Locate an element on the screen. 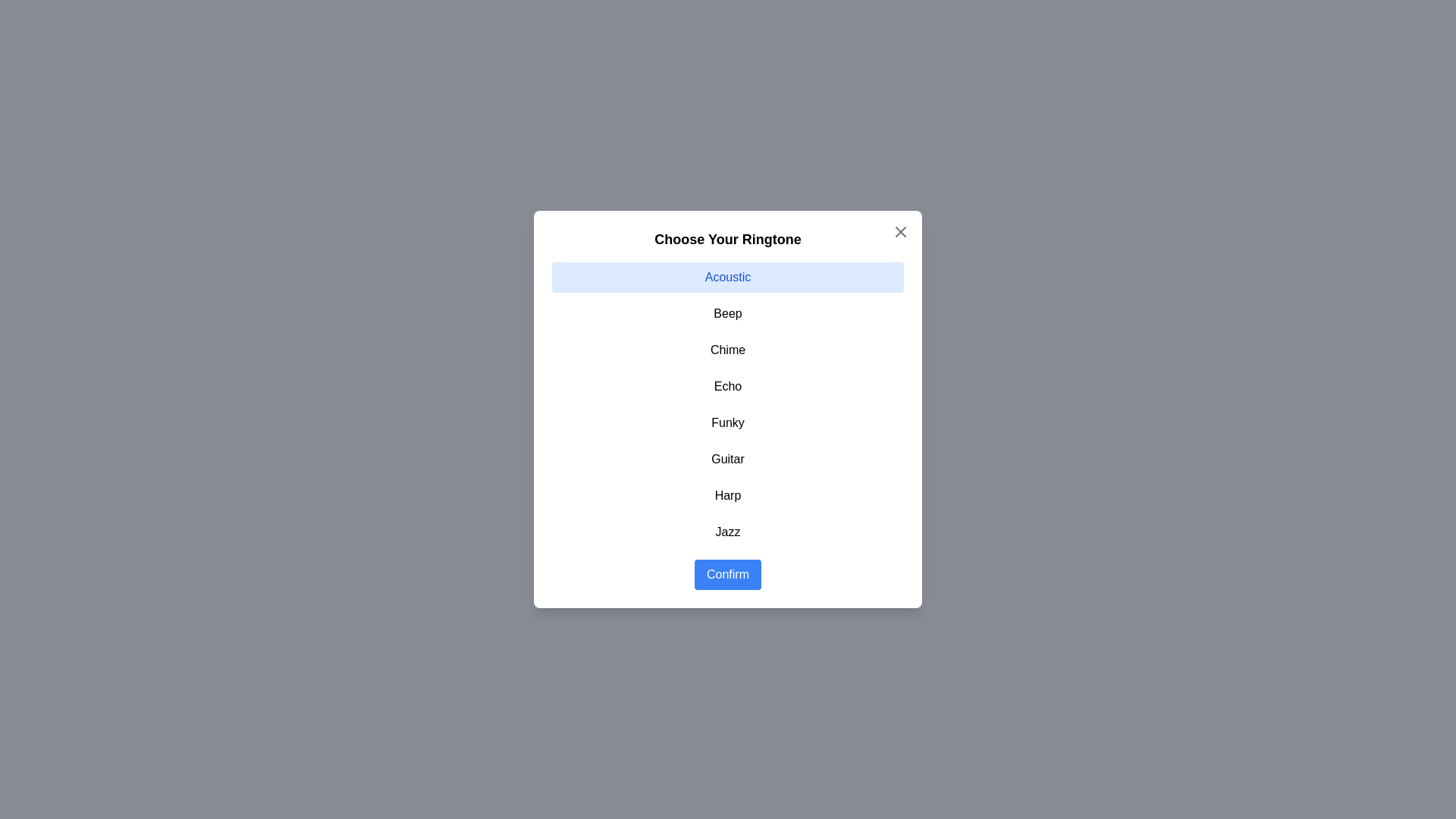  the ringtone Funky from the list is located at coordinates (728, 423).